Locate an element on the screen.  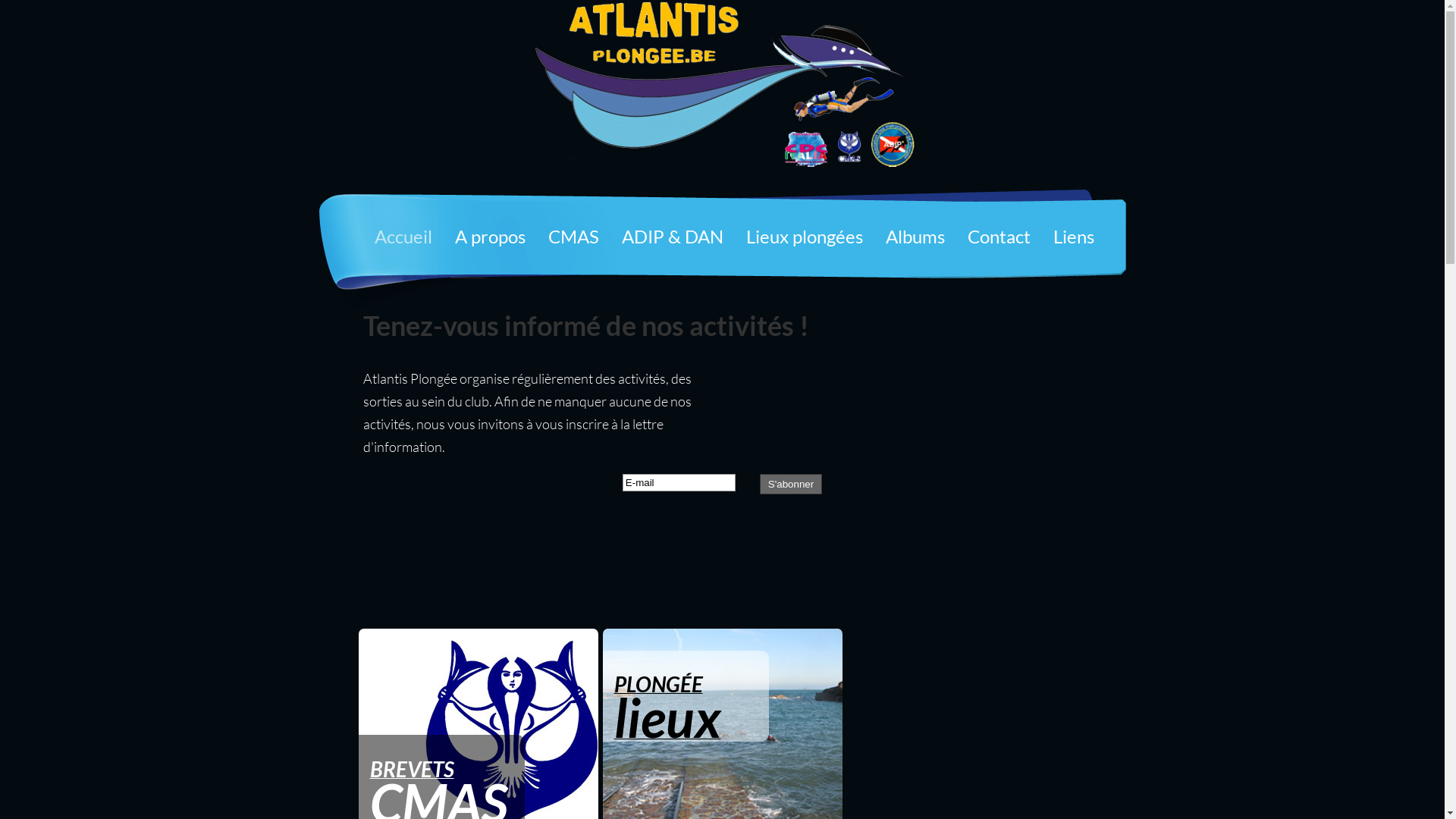
'Accueil' is located at coordinates (362, 240).